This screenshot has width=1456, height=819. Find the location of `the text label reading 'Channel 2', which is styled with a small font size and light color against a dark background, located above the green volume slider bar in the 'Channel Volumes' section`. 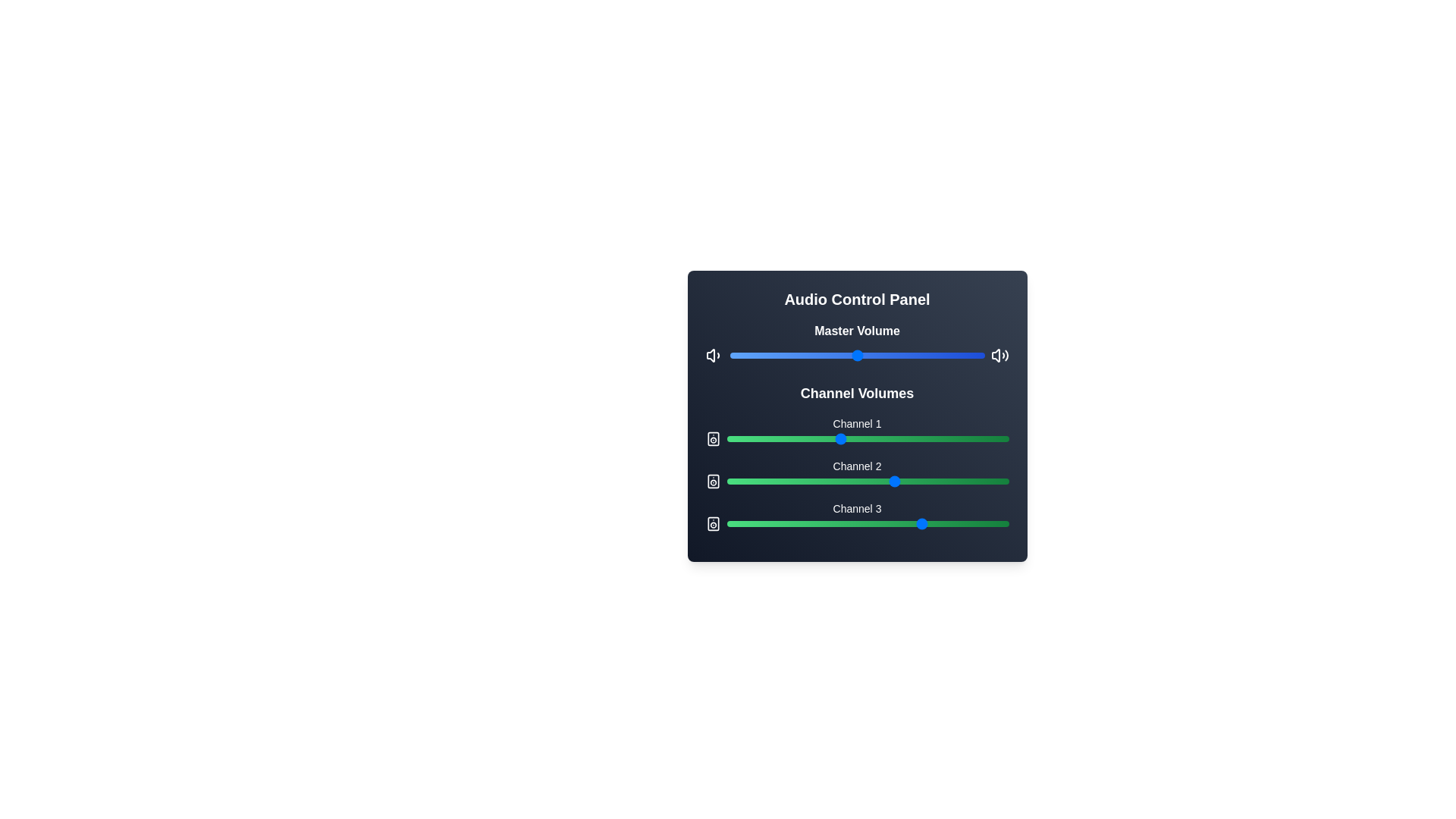

the text label reading 'Channel 2', which is styled with a small font size and light color against a dark background, located above the green volume slider bar in the 'Channel Volumes' section is located at coordinates (857, 465).